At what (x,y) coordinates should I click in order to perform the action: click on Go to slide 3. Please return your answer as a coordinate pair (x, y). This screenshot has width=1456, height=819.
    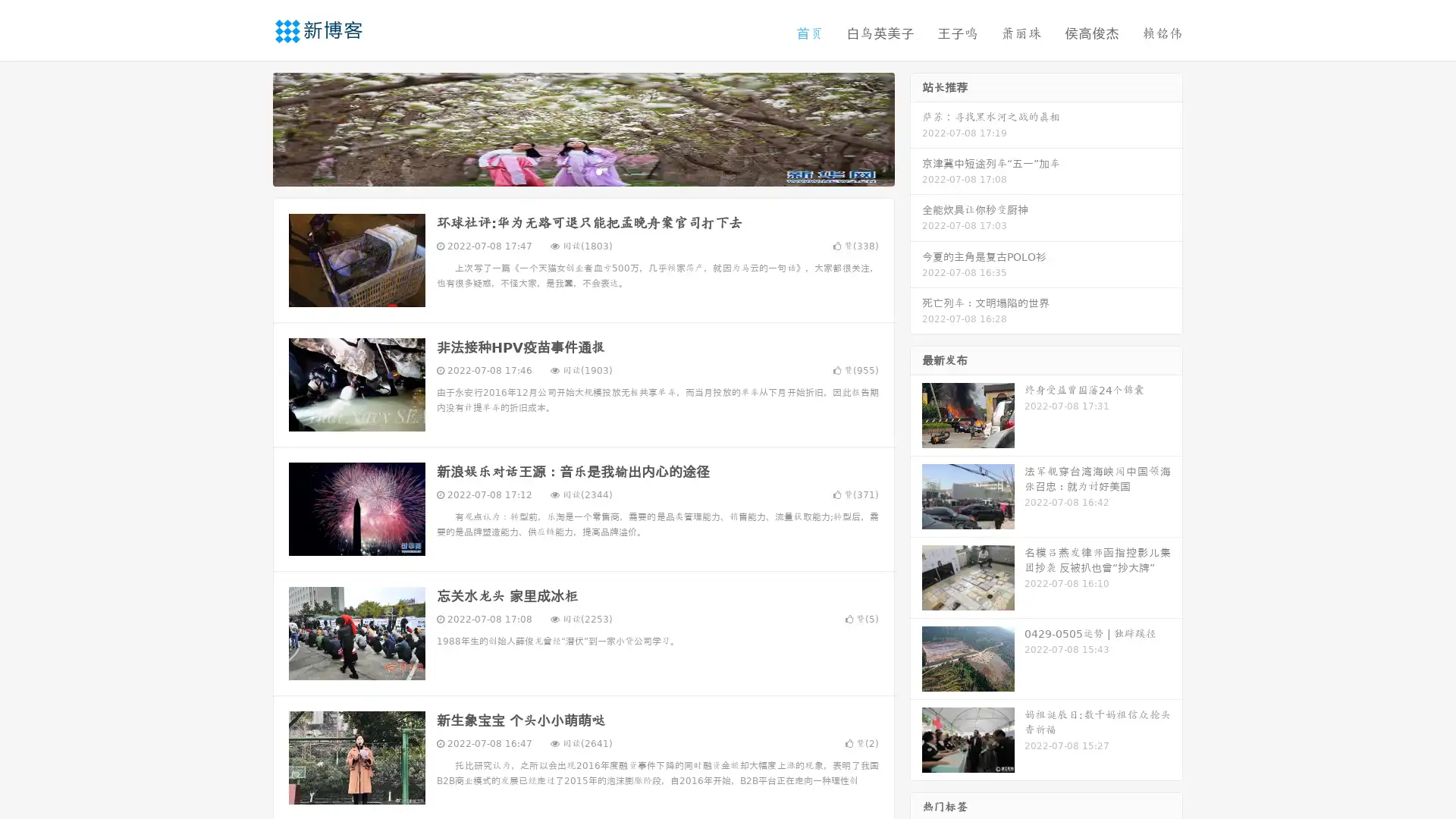
    Looking at the image, I should click on (598, 171).